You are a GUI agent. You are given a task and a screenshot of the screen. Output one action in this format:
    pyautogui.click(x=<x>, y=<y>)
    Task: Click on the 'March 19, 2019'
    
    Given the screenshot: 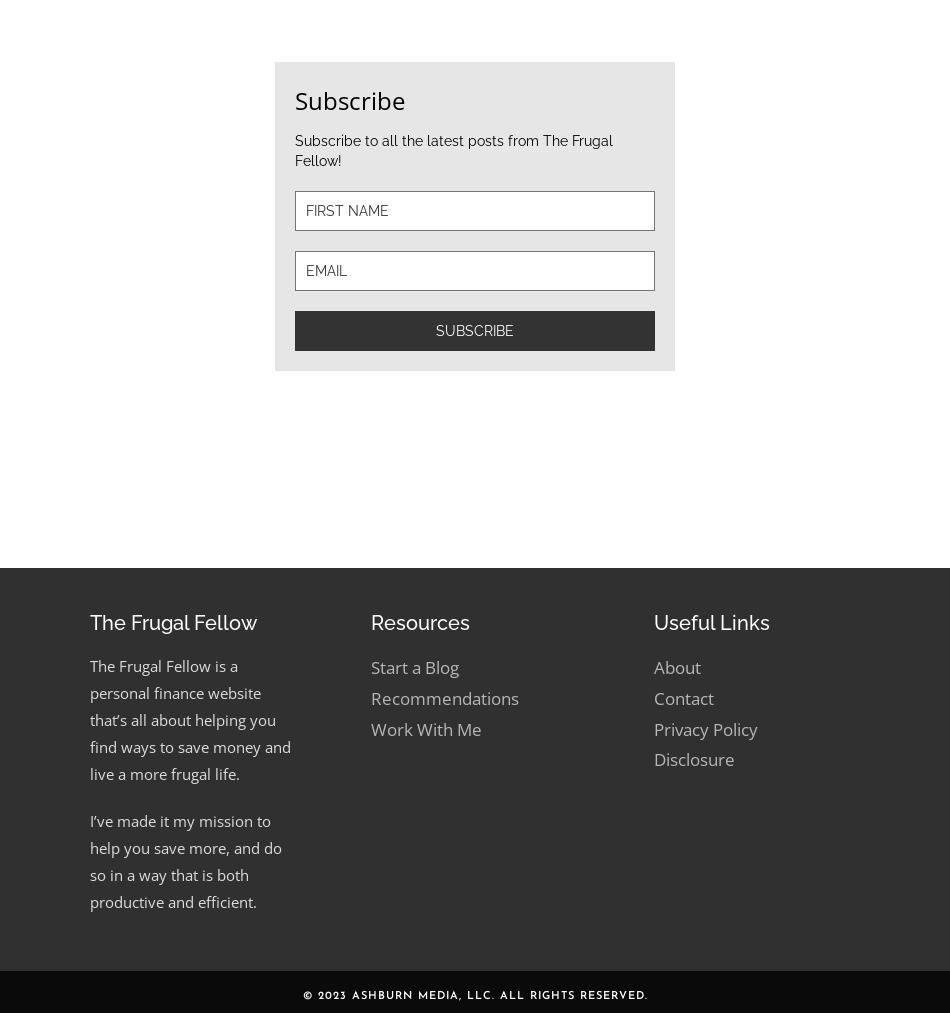 What is the action you would take?
    pyautogui.click(x=738, y=489)
    